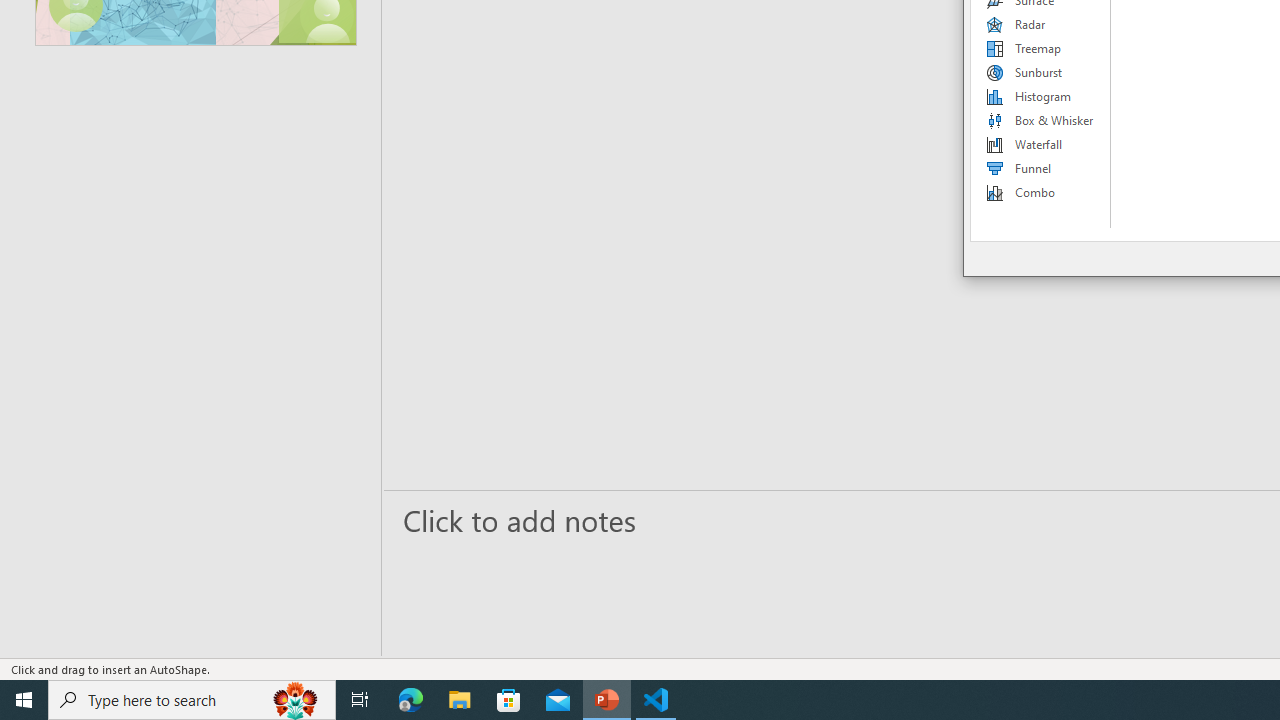 The width and height of the screenshot is (1280, 720). I want to click on 'Sunburst', so click(1040, 72).